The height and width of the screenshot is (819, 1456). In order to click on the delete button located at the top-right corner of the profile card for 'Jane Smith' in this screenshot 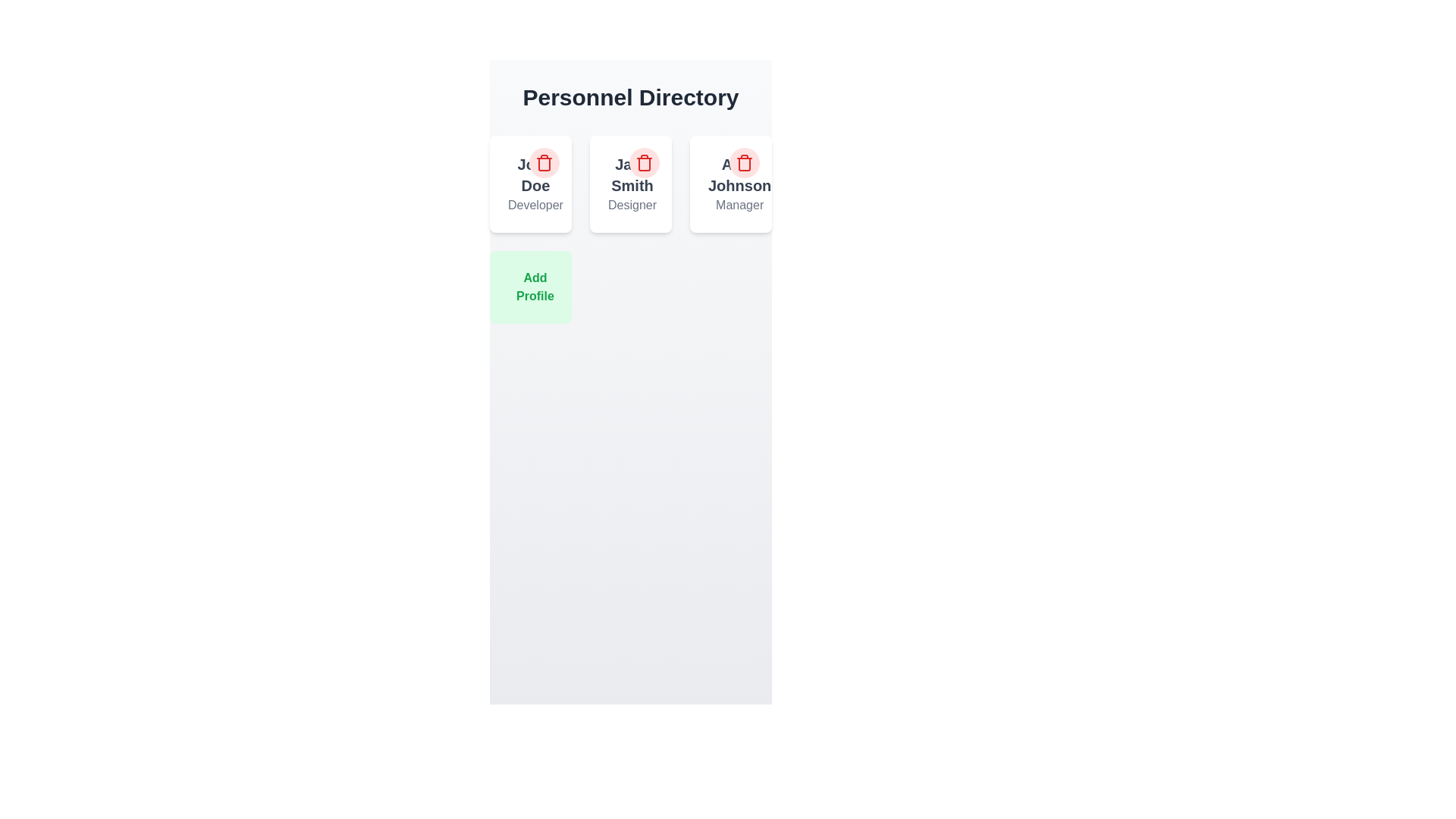, I will do `click(644, 163)`.